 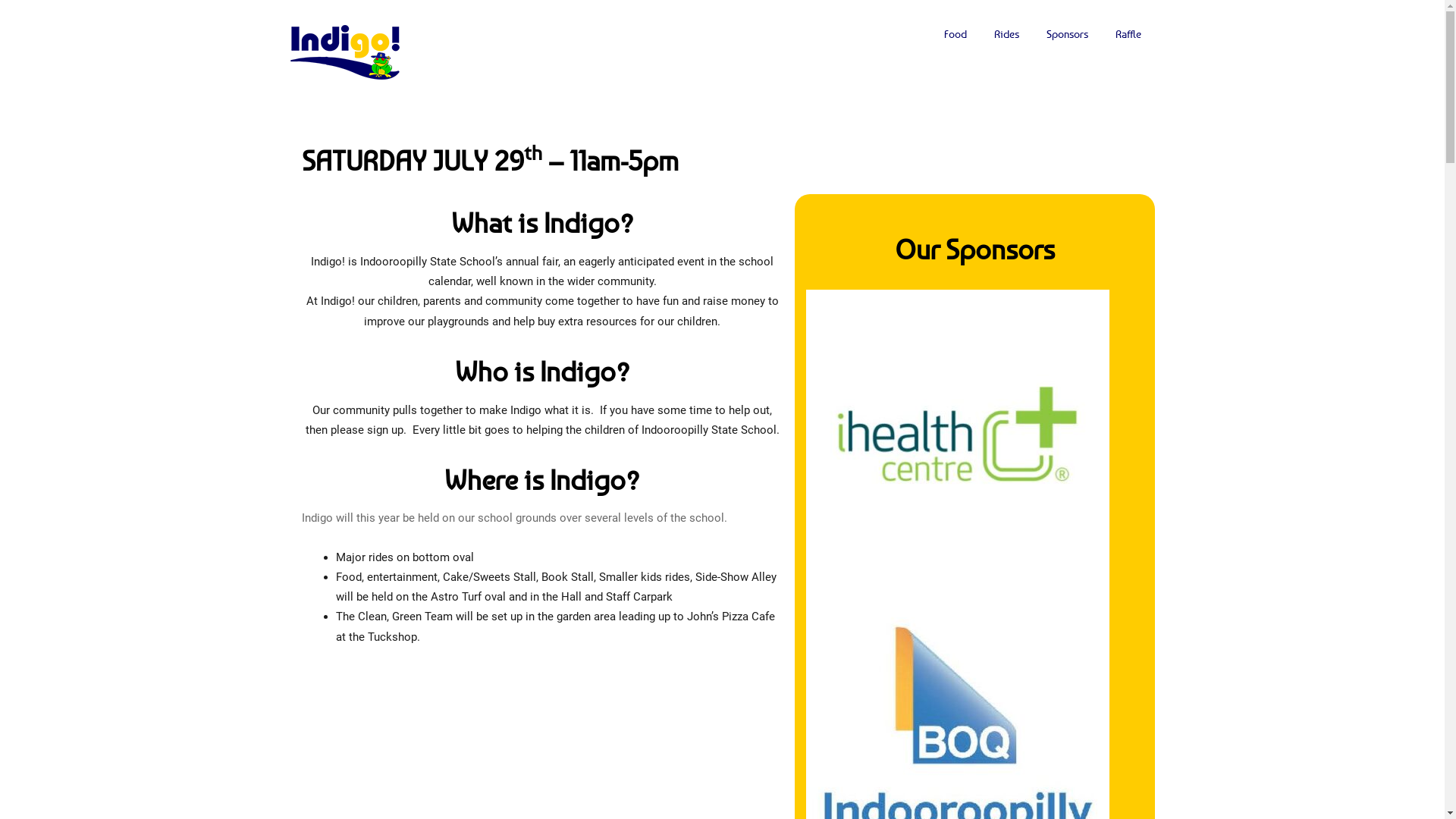 I want to click on 'Rides', so click(x=1006, y=34).